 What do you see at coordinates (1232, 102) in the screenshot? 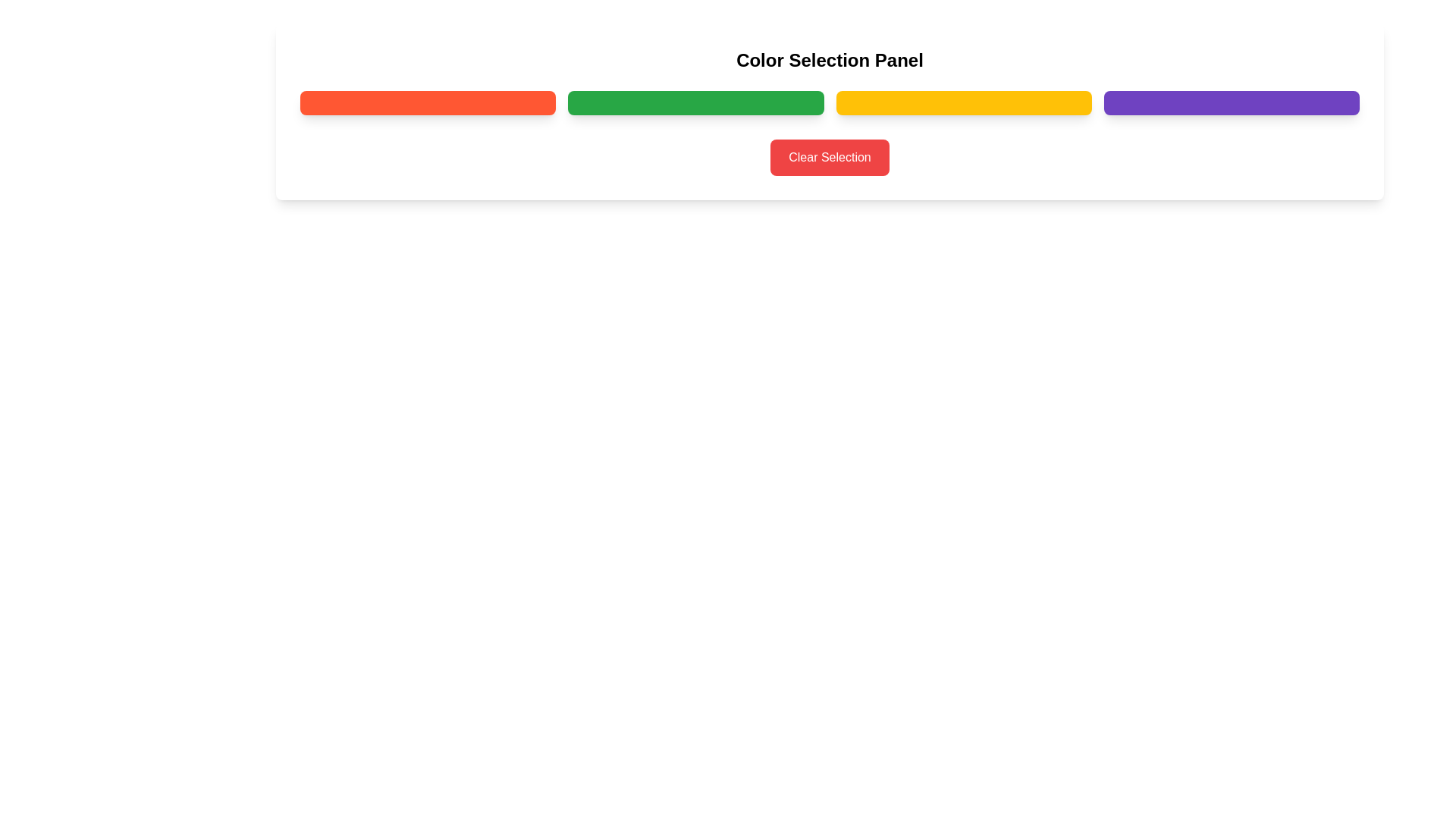
I see `the fourth purple rectangular Selectable Color Block with rounded corners` at bounding box center [1232, 102].